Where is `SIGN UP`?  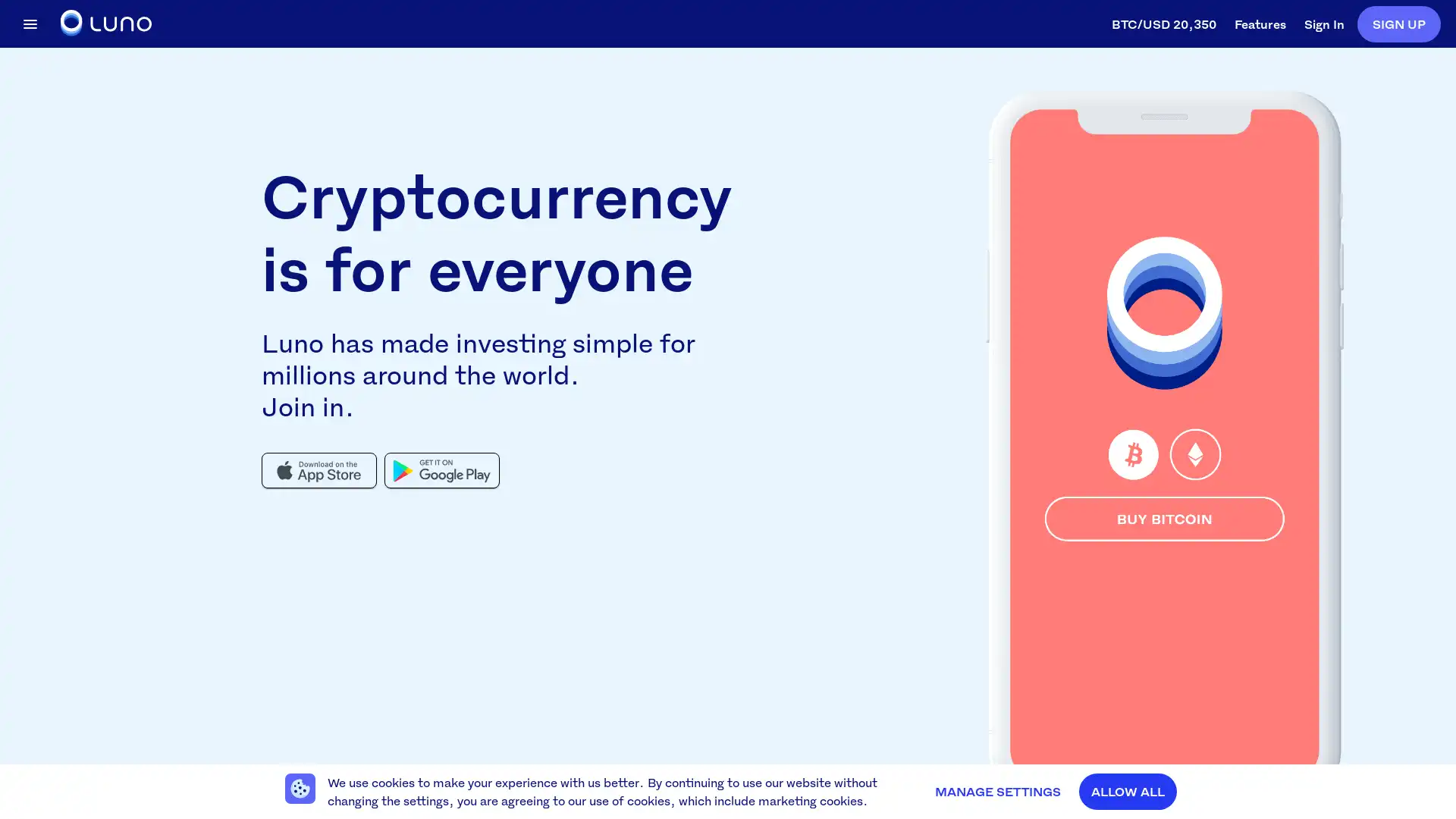 SIGN UP is located at coordinates (1398, 23).